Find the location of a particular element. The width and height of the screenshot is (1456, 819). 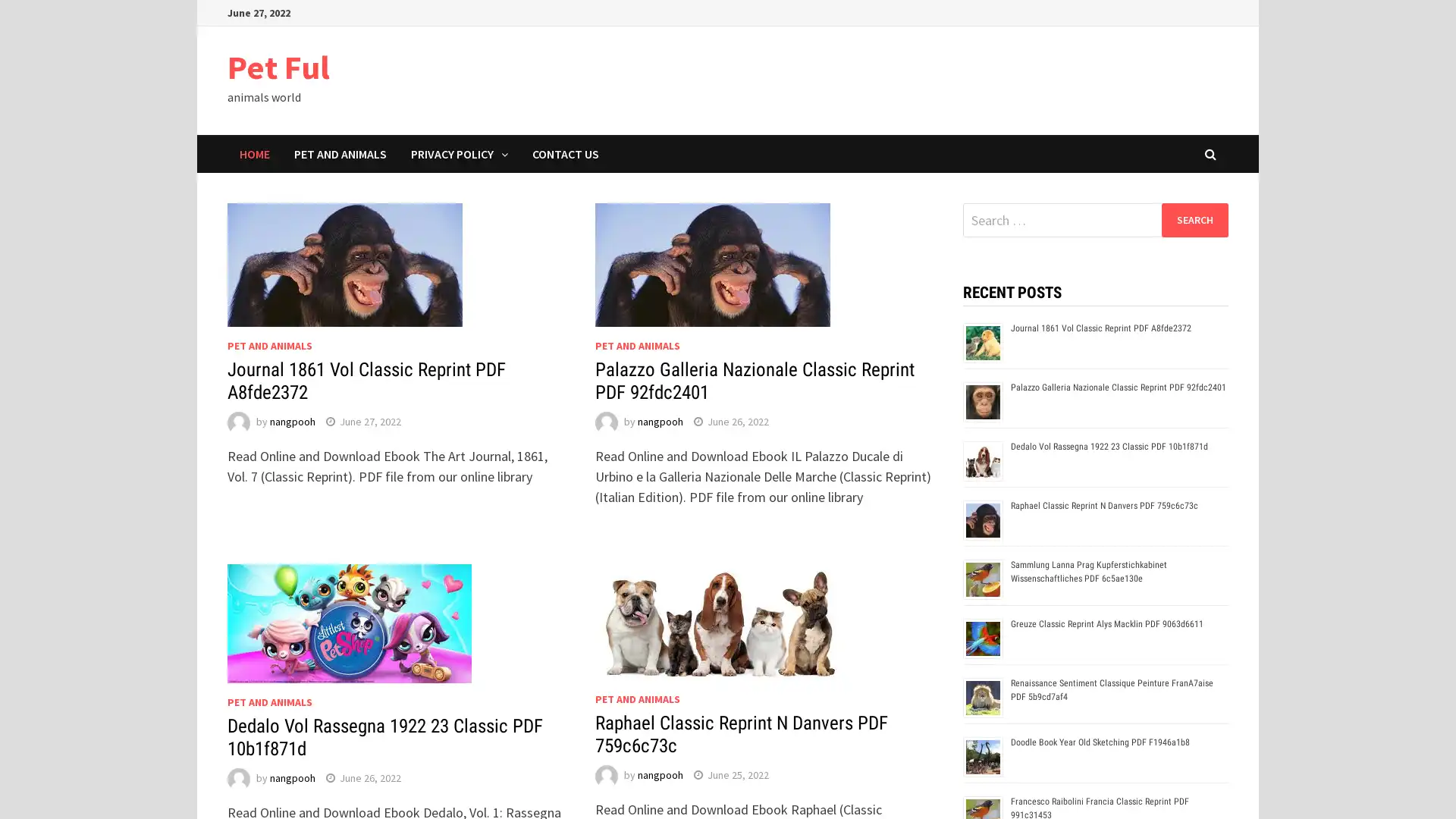

Search is located at coordinates (1194, 219).